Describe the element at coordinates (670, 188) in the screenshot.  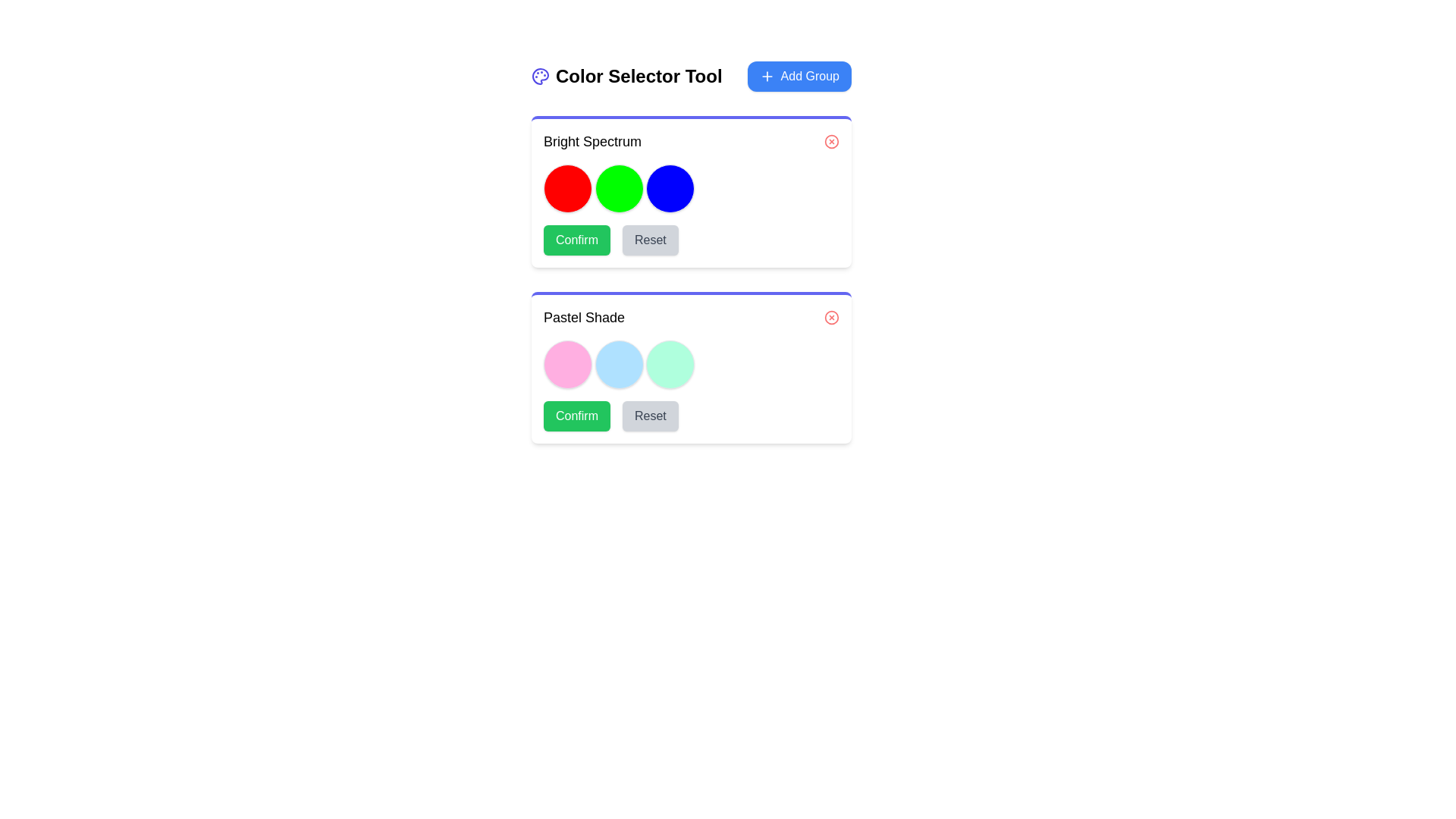
I see `the blue circular button located in the 'Bright Spectrum' section` at that location.